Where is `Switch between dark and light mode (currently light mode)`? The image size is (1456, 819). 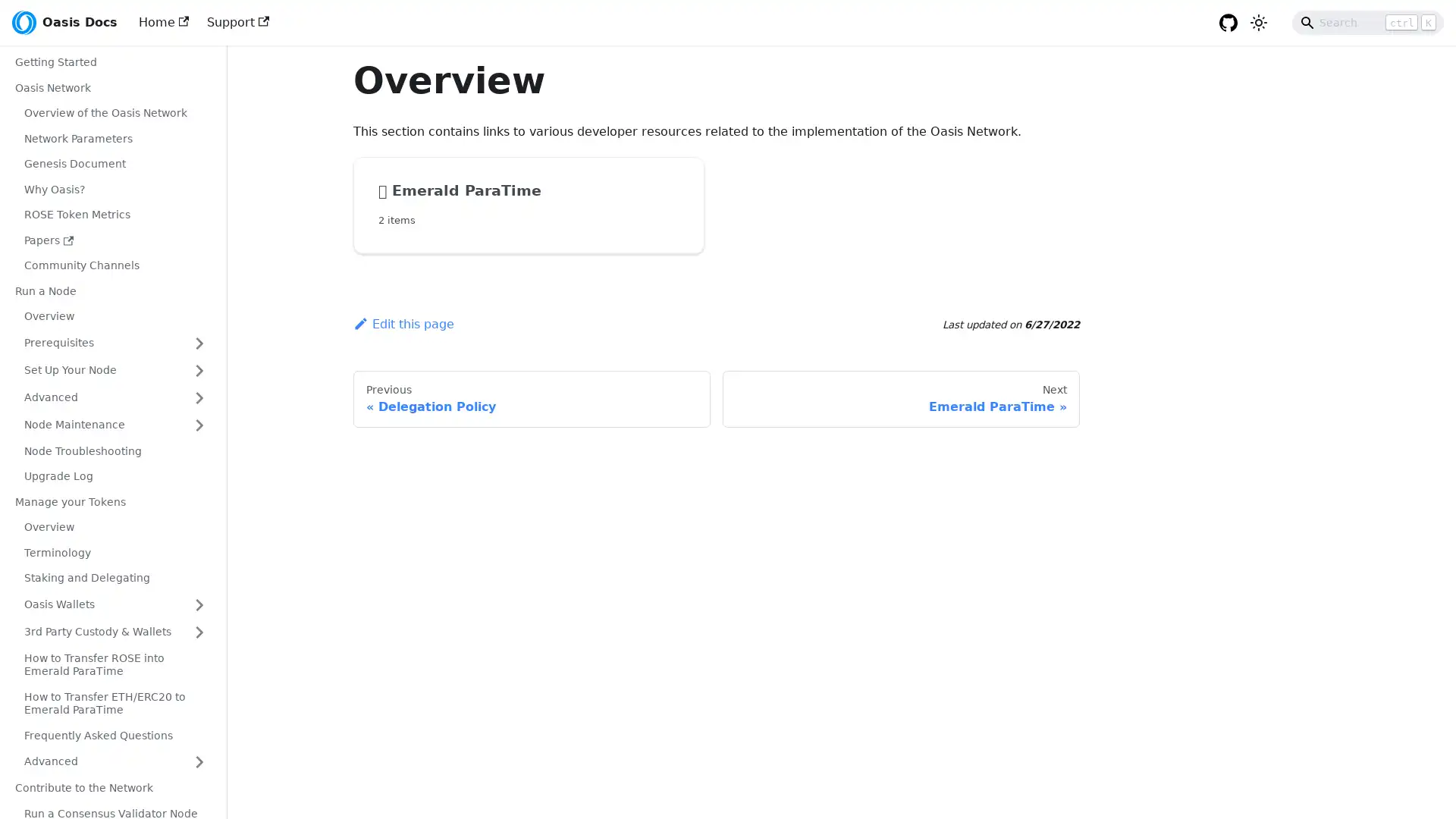
Switch between dark and light mode (currently light mode) is located at coordinates (1259, 23).